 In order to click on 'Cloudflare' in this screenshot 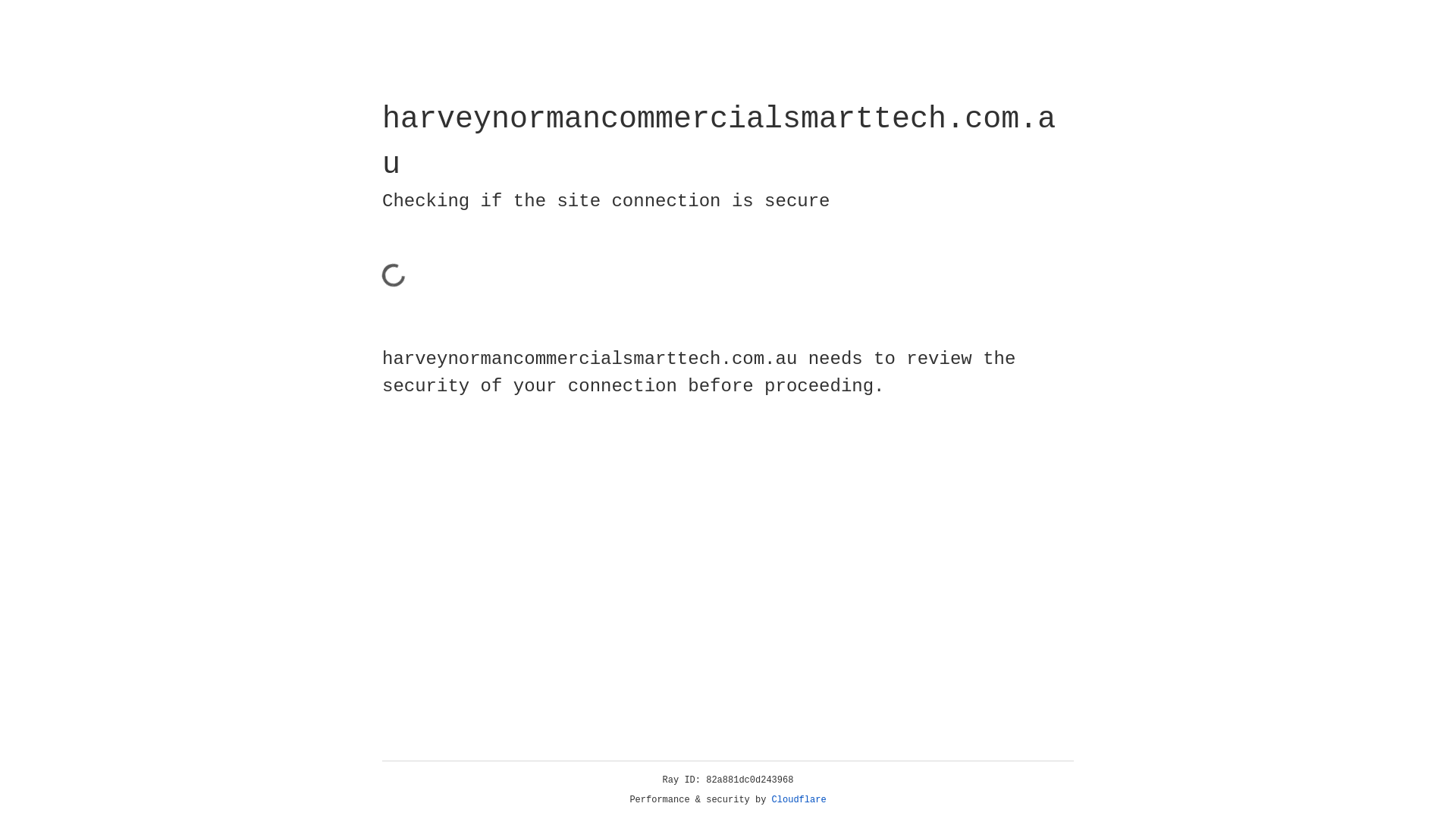, I will do `click(771, 799)`.